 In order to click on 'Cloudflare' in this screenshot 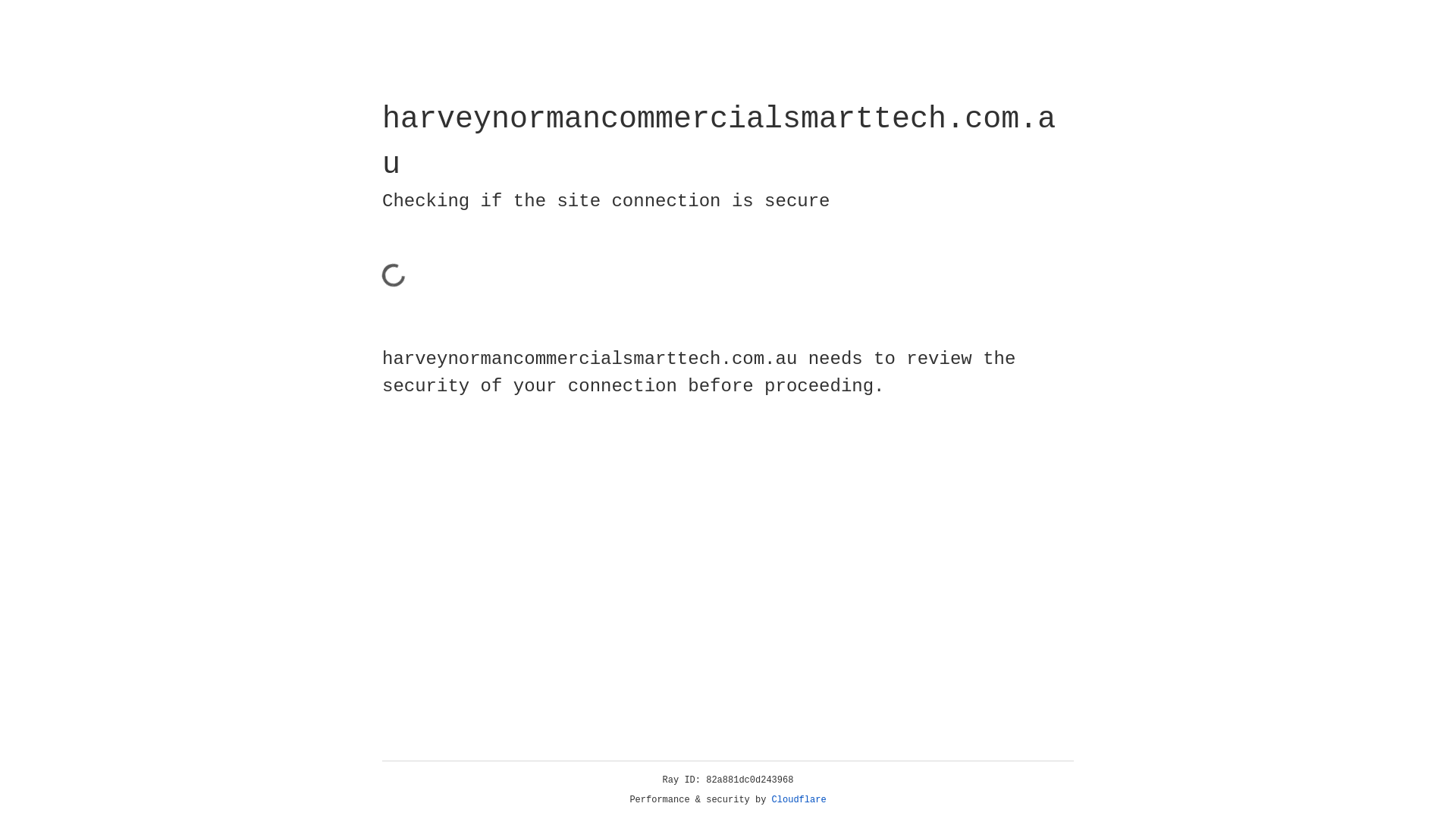, I will do `click(771, 799)`.